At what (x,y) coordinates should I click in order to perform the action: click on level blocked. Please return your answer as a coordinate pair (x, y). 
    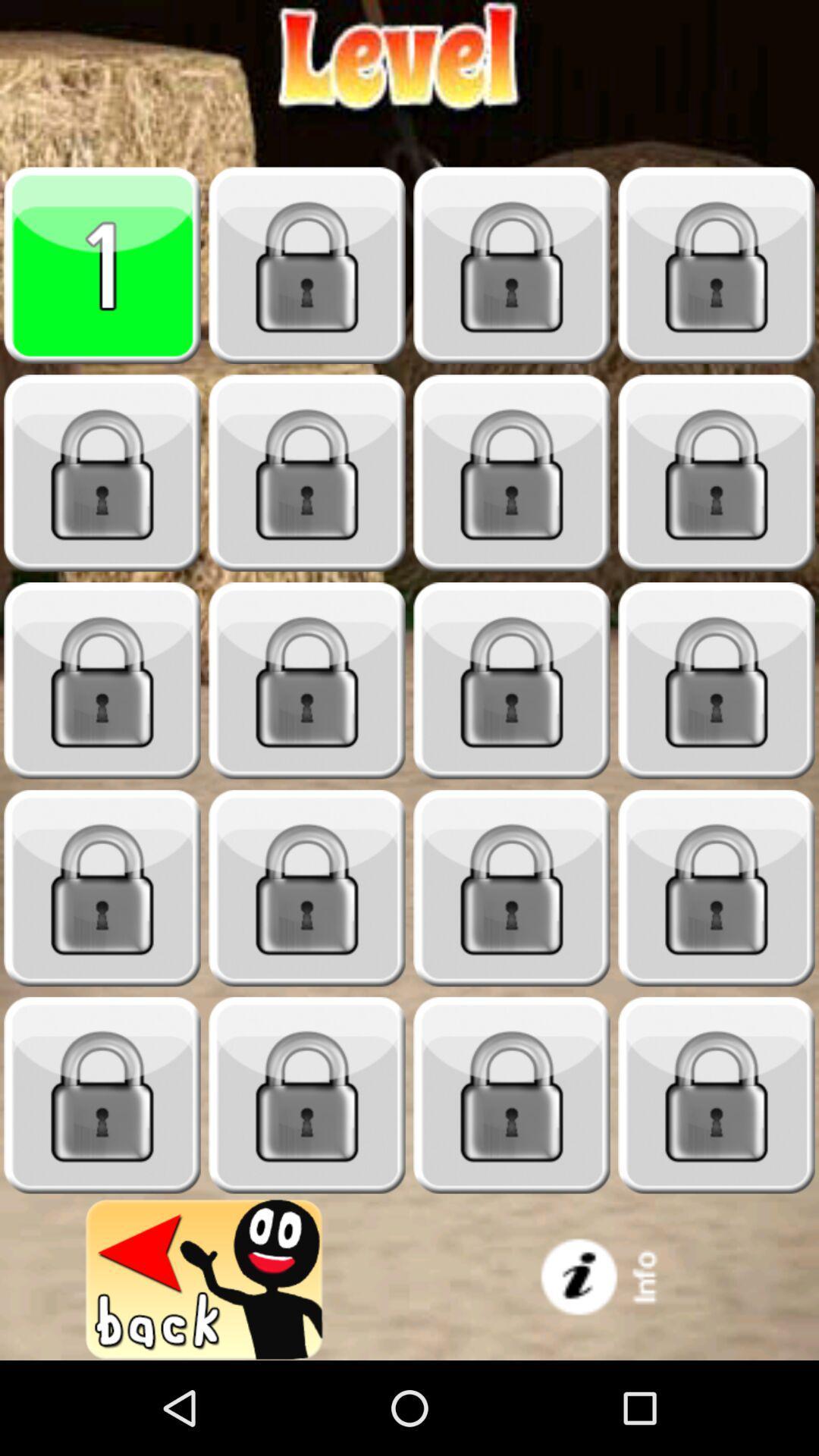
    Looking at the image, I should click on (717, 1095).